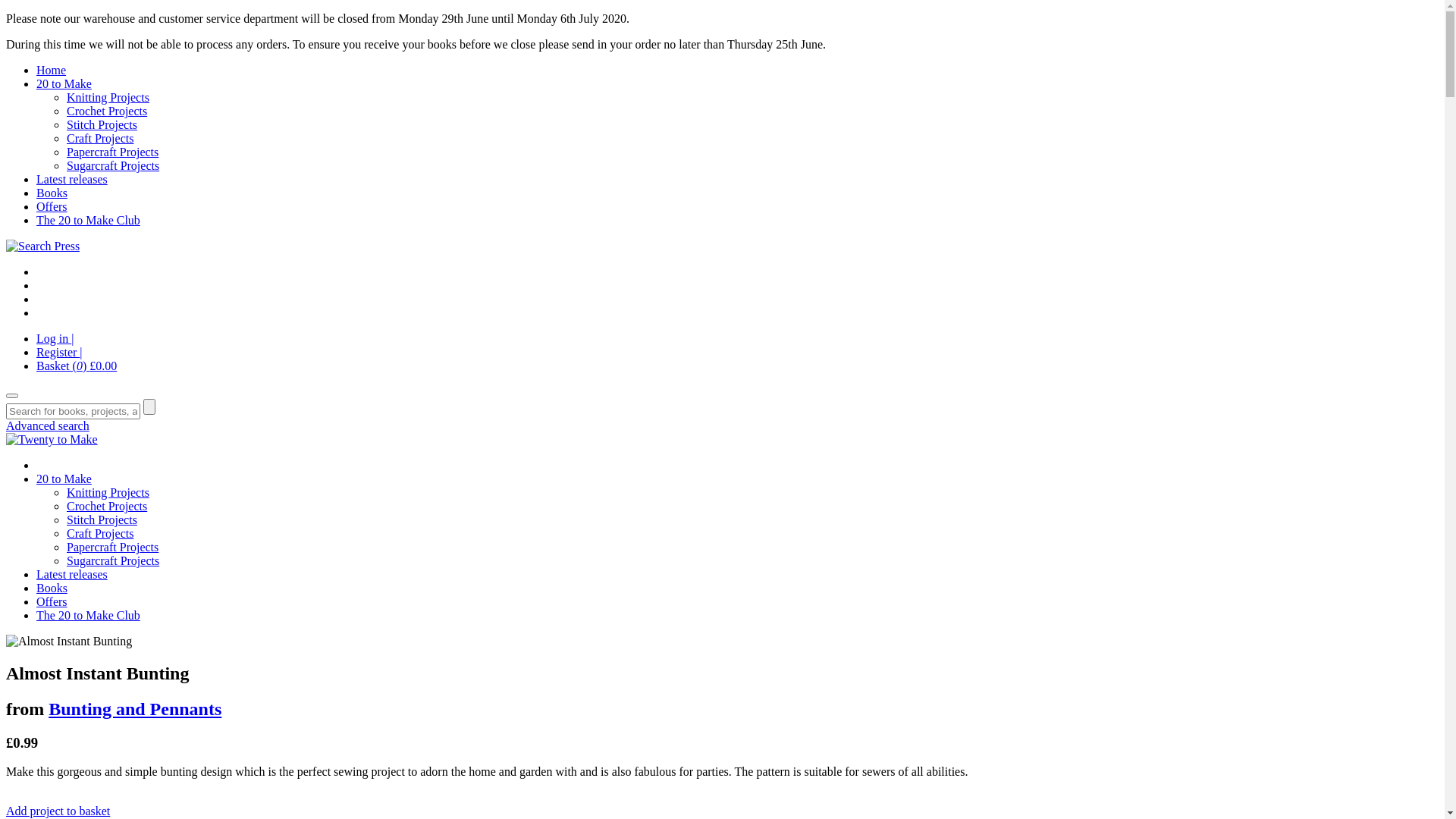 The image size is (1456, 819). Describe the element at coordinates (87, 220) in the screenshot. I see `'The 20 to Make Club'` at that location.